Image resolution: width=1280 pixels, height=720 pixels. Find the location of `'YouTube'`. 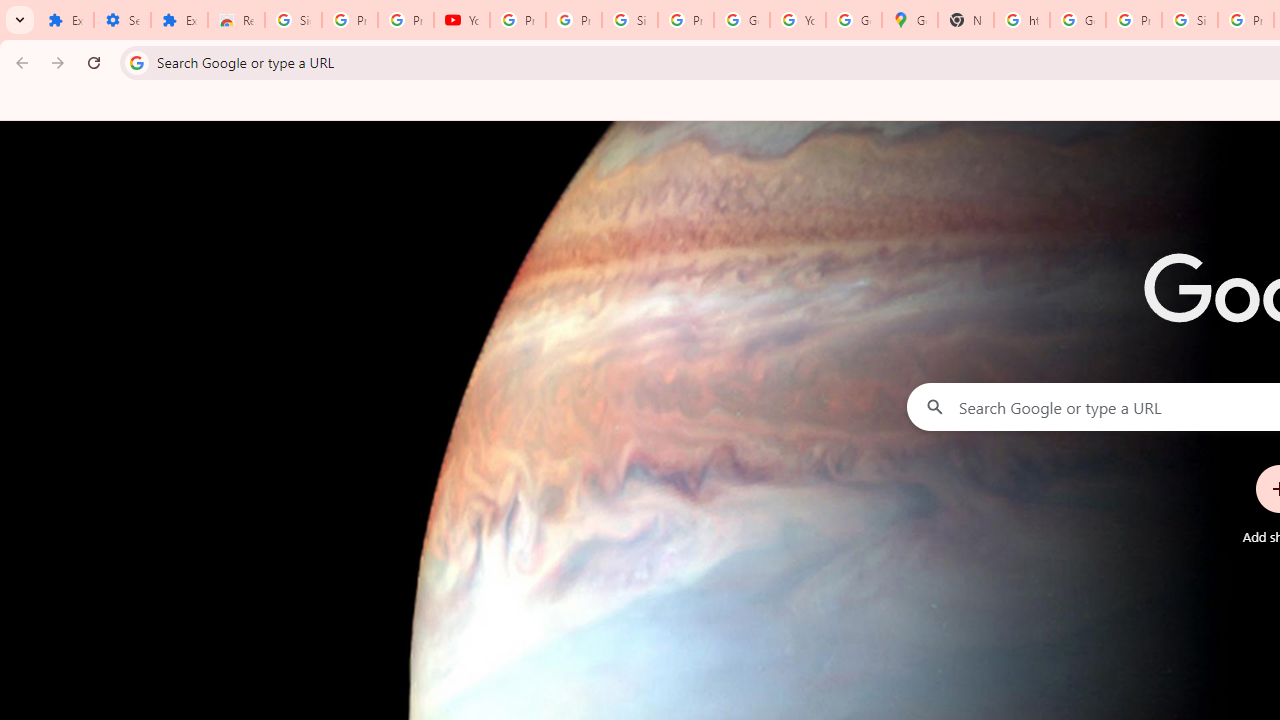

'YouTube' is located at coordinates (797, 20).